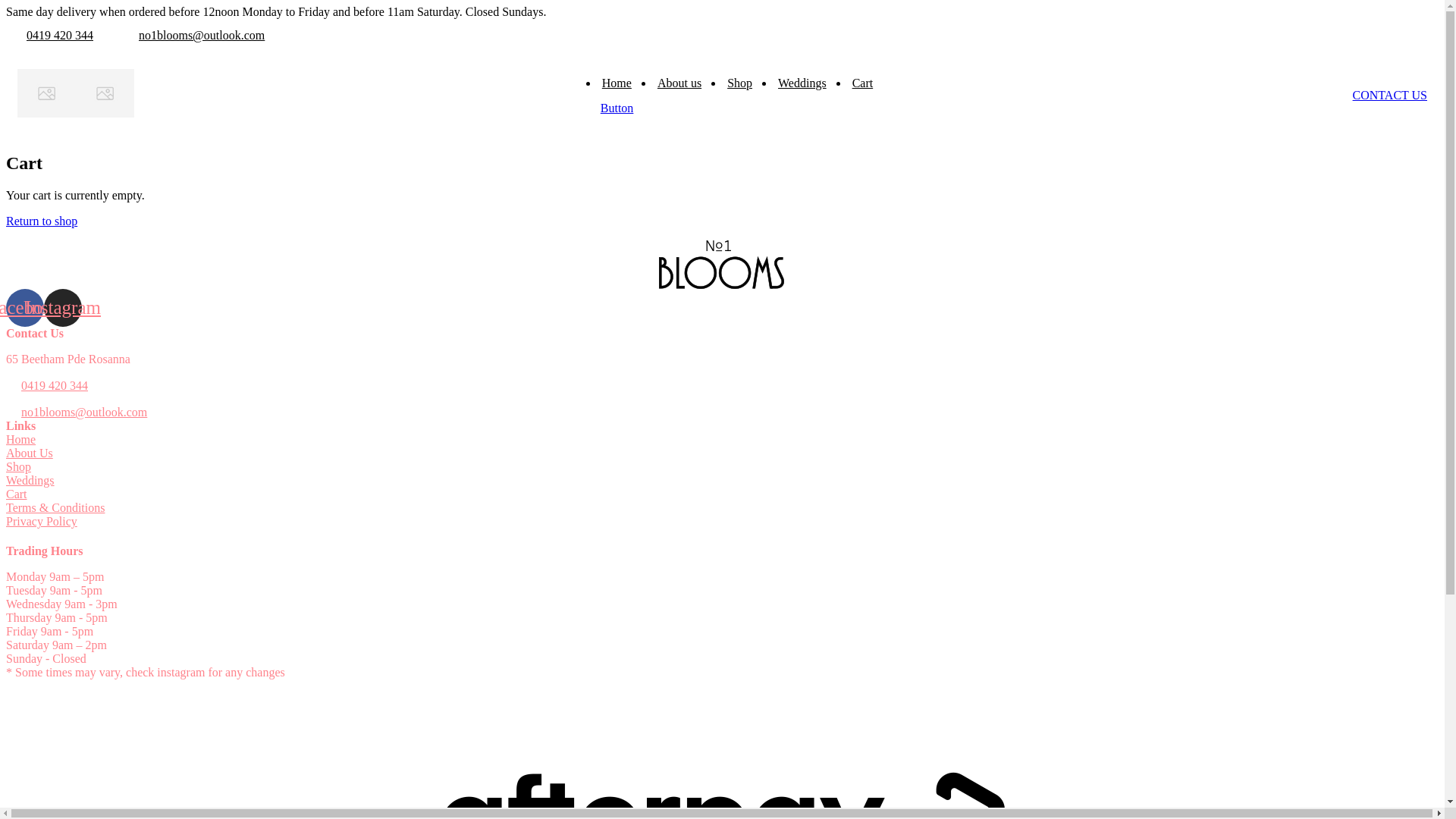 Image resolution: width=1456 pixels, height=819 pixels. I want to click on 'Return to shop', so click(41, 221).